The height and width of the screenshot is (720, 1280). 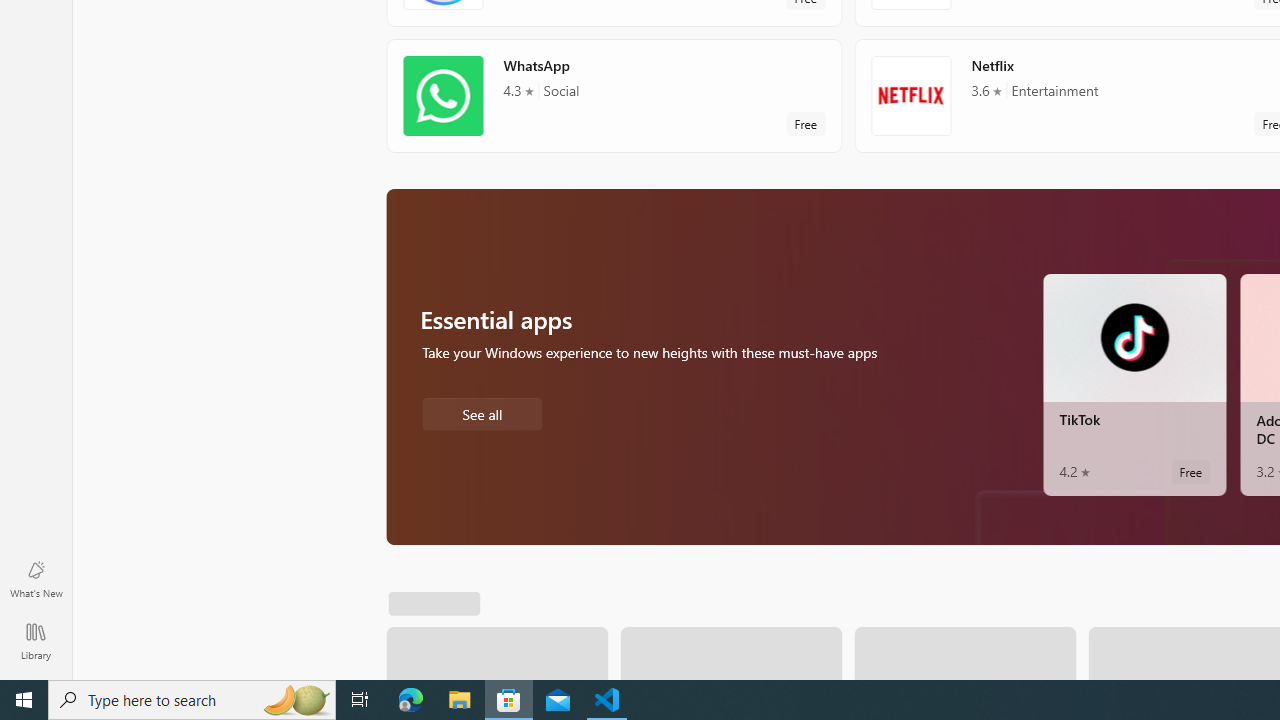 What do you see at coordinates (481, 411) in the screenshot?
I see `'See all  Essential apps'` at bounding box center [481, 411].